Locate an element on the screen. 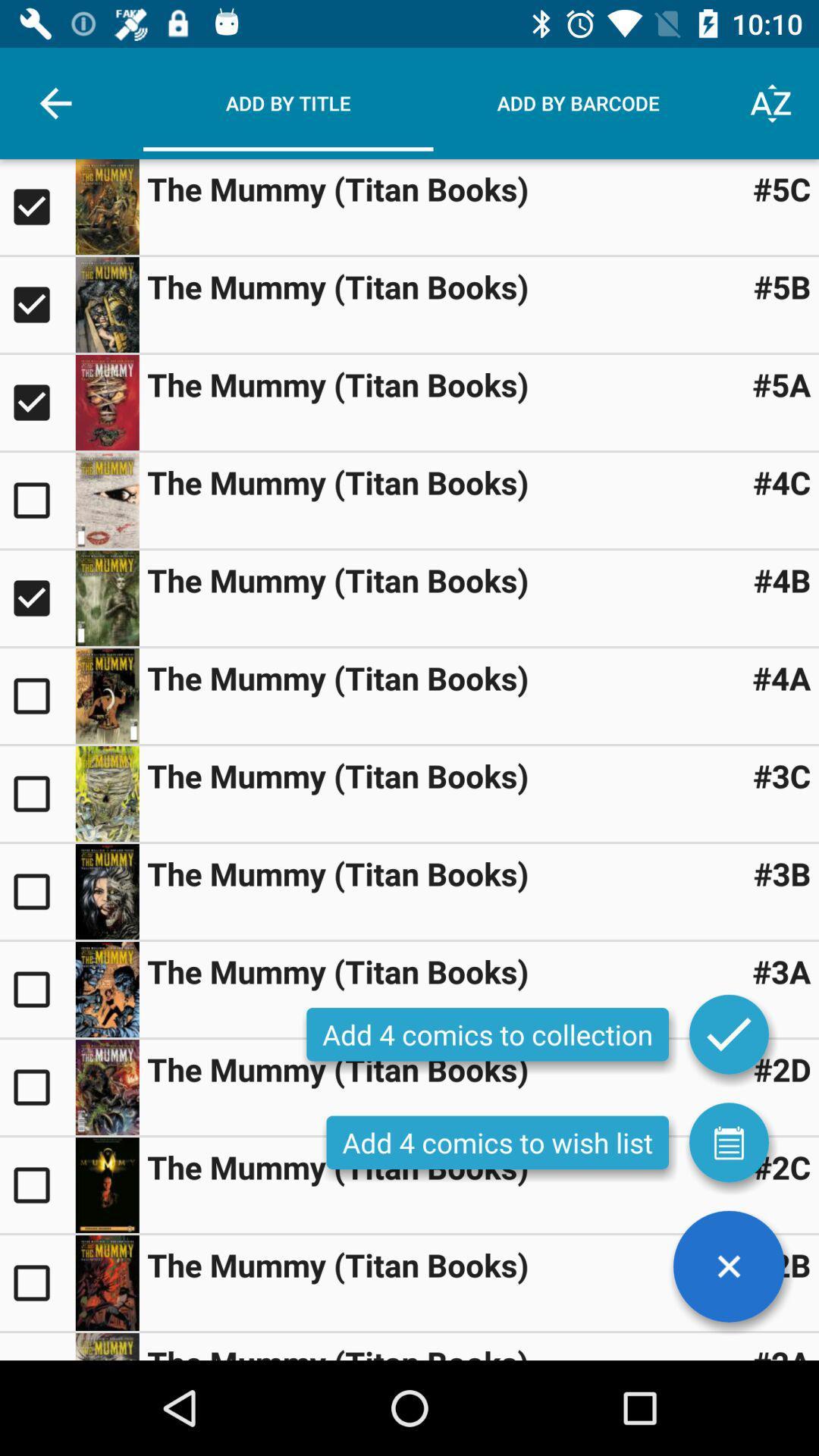 The height and width of the screenshot is (1456, 819). selection is located at coordinates (106, 500).